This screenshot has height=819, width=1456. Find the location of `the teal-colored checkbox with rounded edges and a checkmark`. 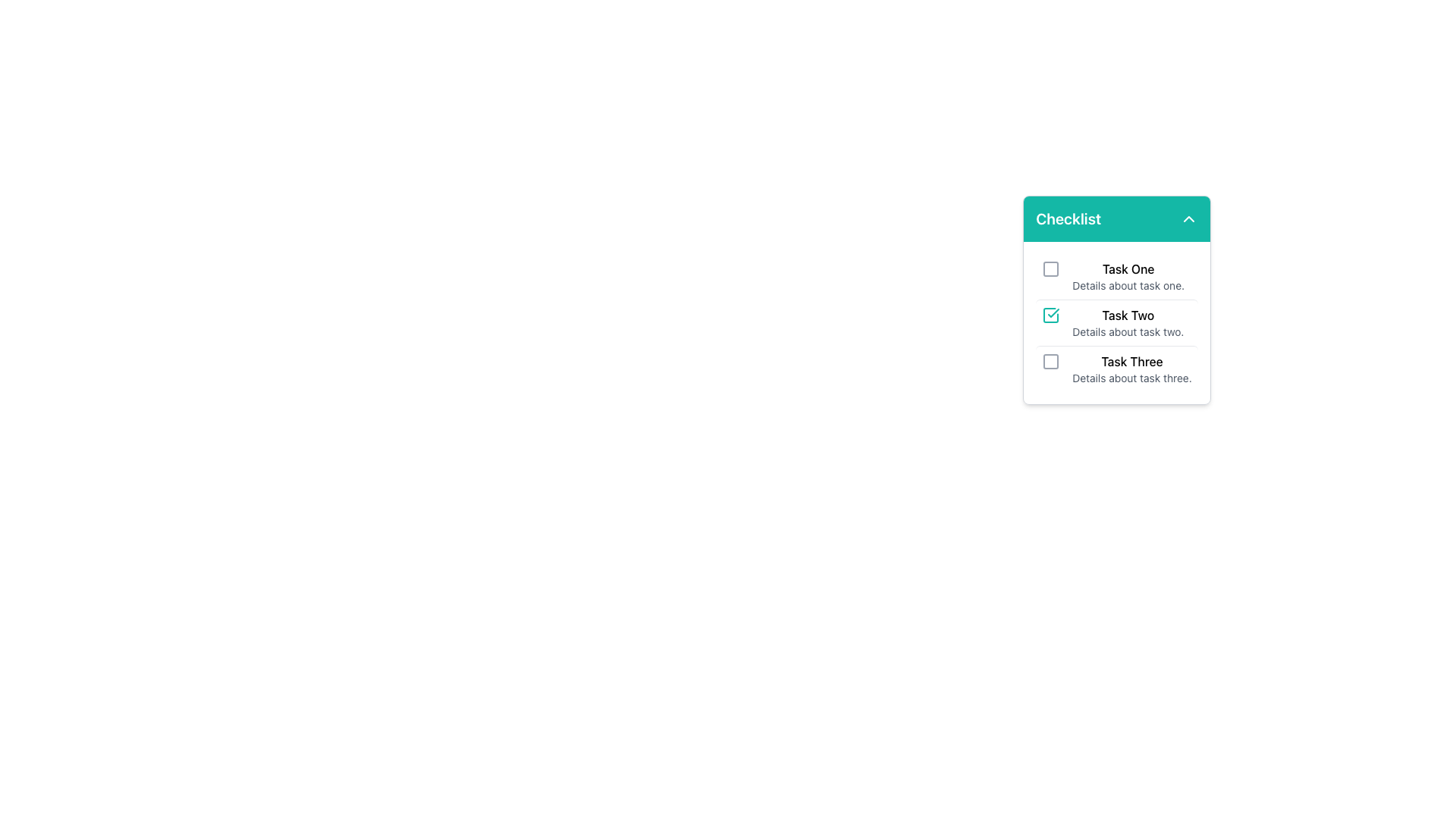

the teal-colored checkbox with rounded edges and a checkmark is located at coordinates (1050, 315).